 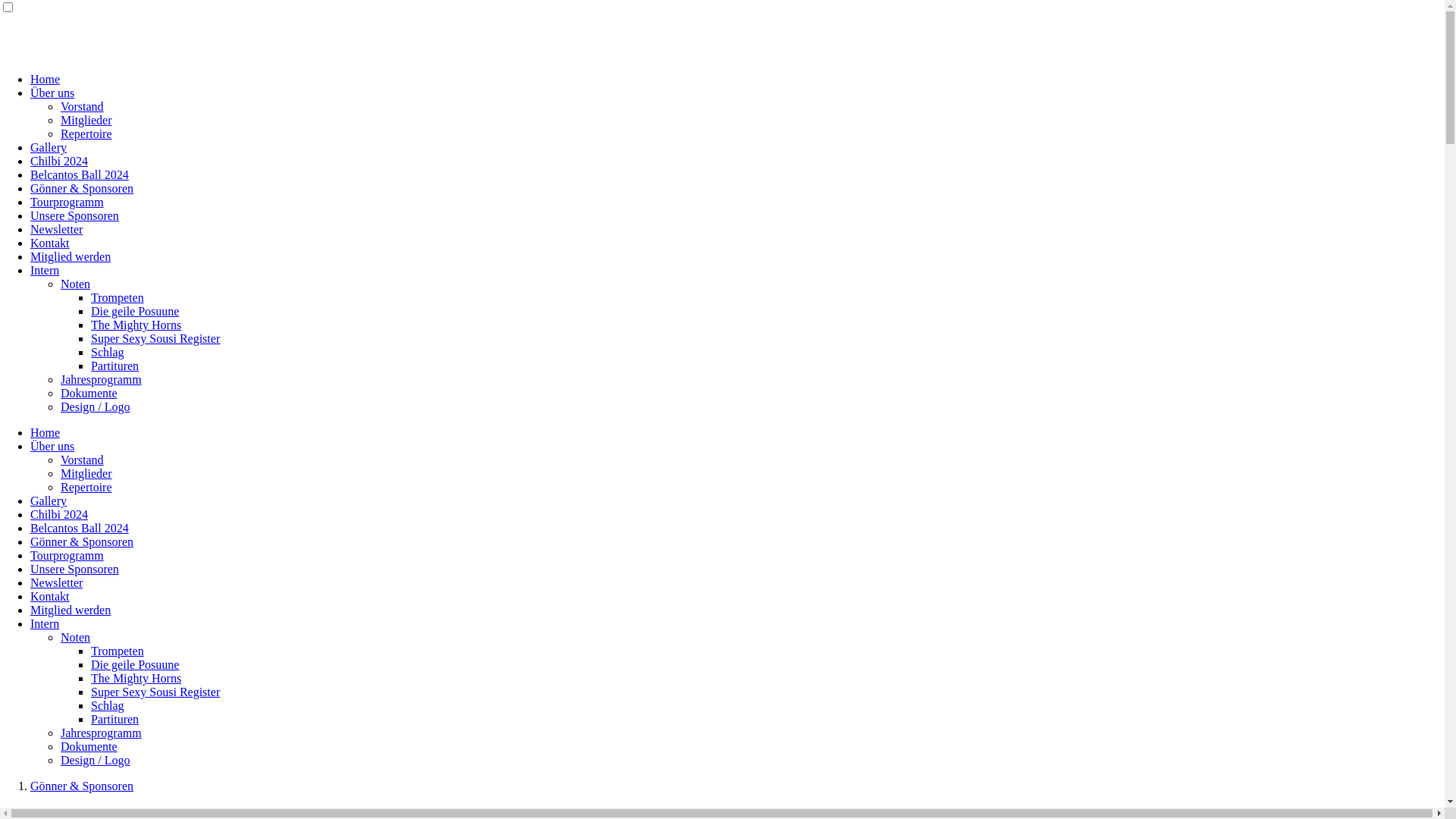 What do you see at coordinates (134, 664) in the screenshot?
I see `'Die geile Posuune'` at bounding box center [134, 664].